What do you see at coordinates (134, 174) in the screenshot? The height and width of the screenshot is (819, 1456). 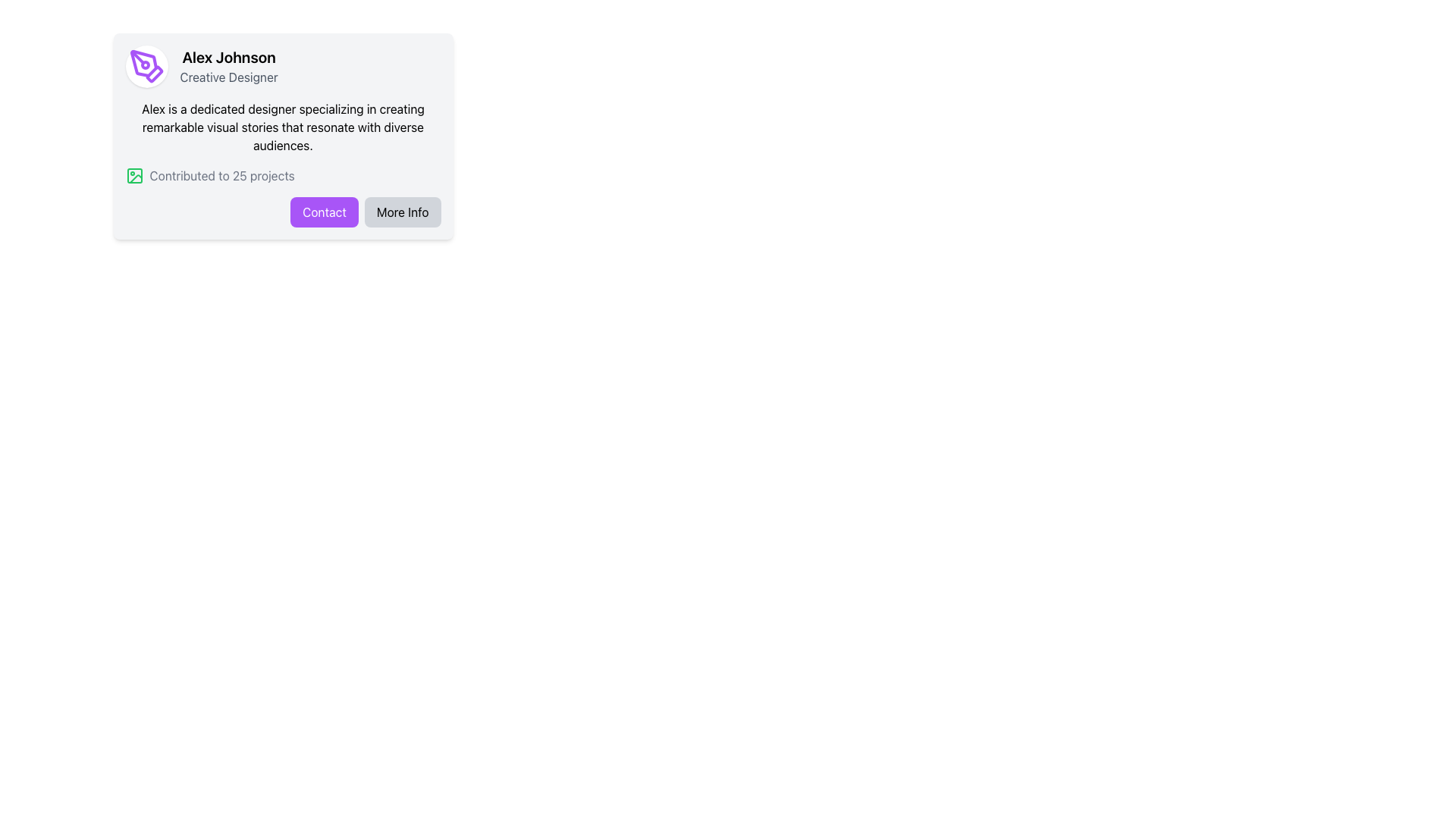 I see `the SVG rectangular shape with rounded corners, styled in green, located in the top-left corner of the profile card above the contributions text` at bounding box center [134, 174].